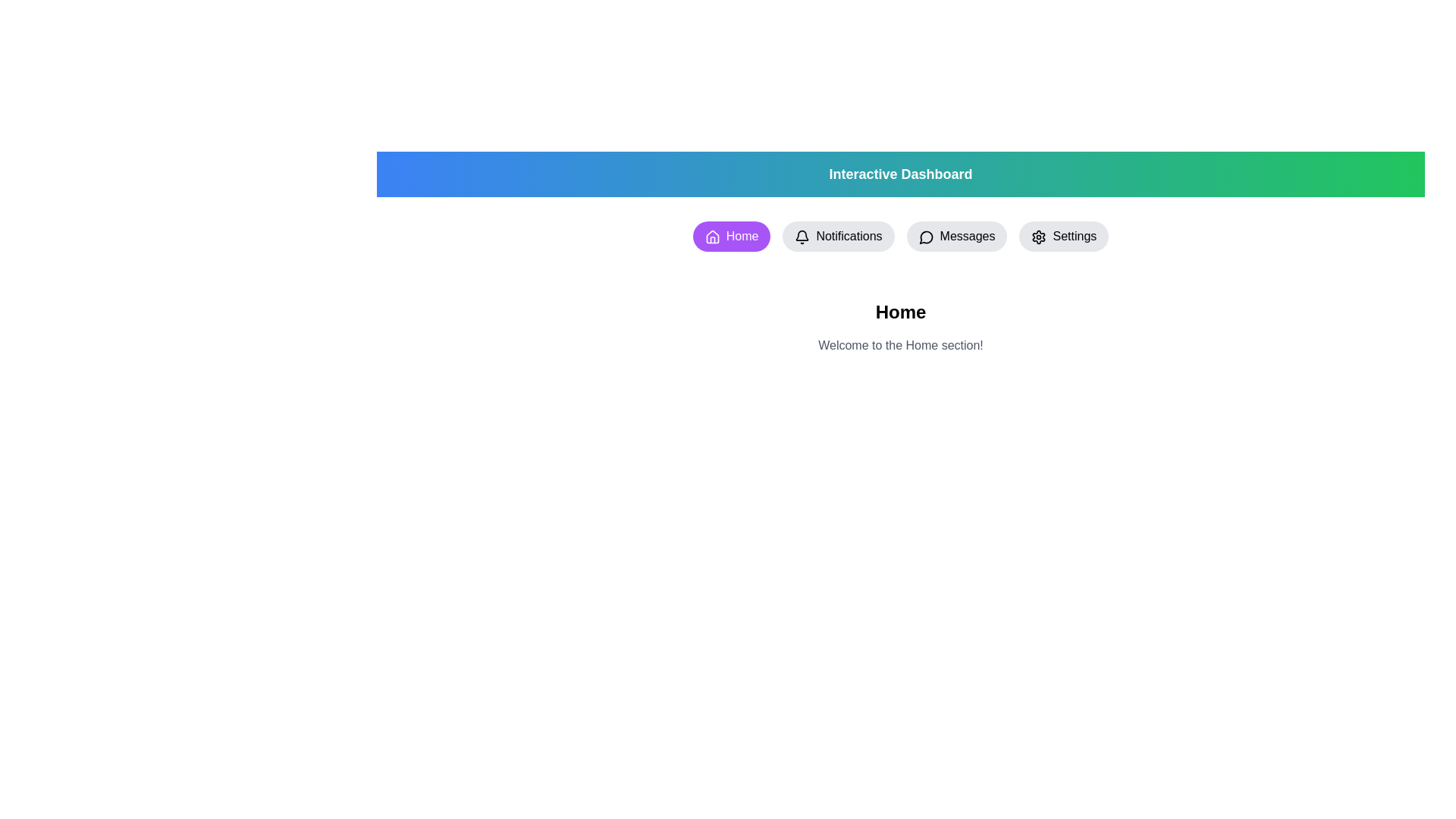  Describe the element at coordinates (836, 237) in the screenshot. I see `the tab labeled Notifications to display its content` at that location.